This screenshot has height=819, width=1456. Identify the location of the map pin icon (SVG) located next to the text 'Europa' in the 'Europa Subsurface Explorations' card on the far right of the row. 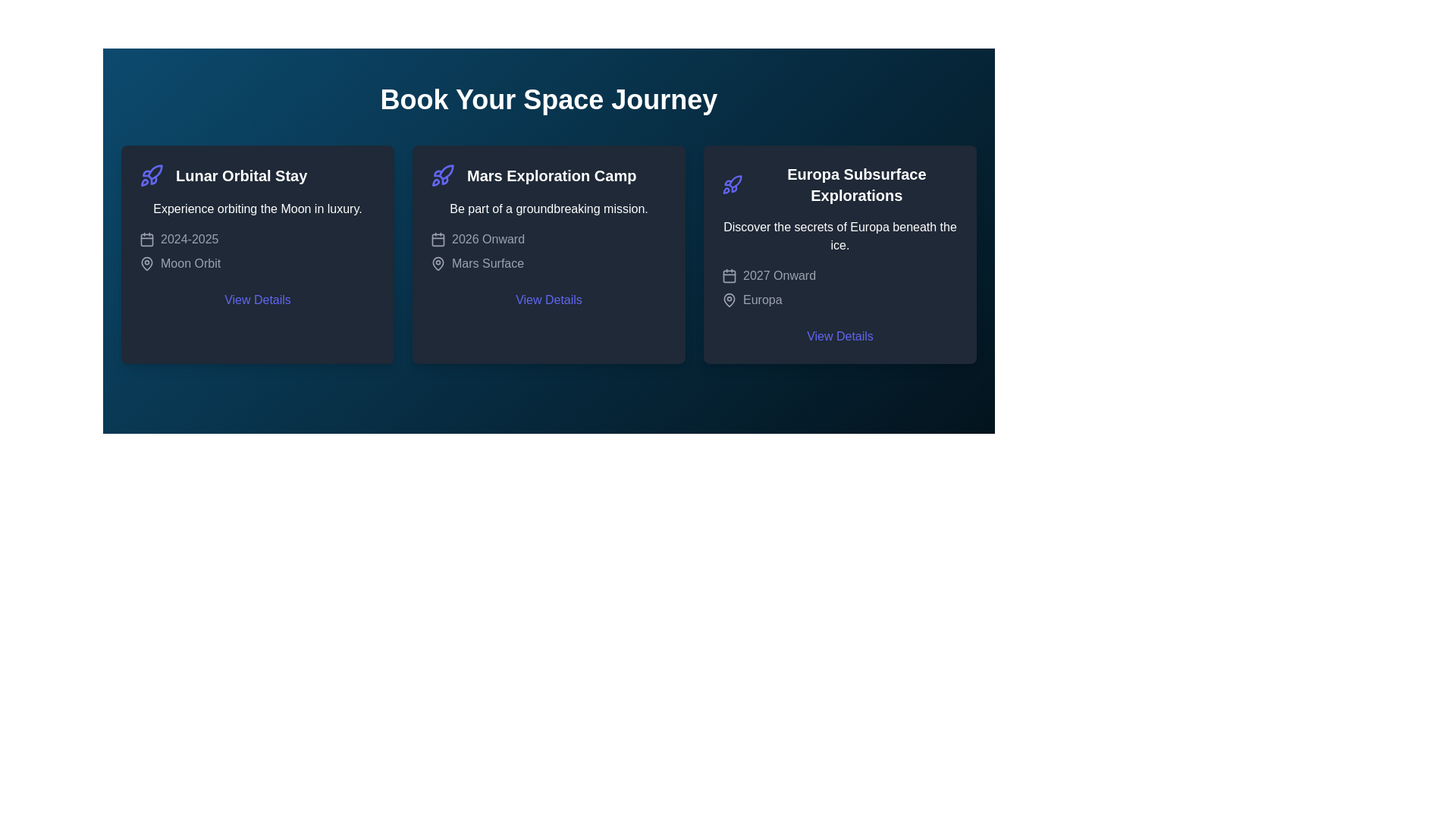
(729, 300).